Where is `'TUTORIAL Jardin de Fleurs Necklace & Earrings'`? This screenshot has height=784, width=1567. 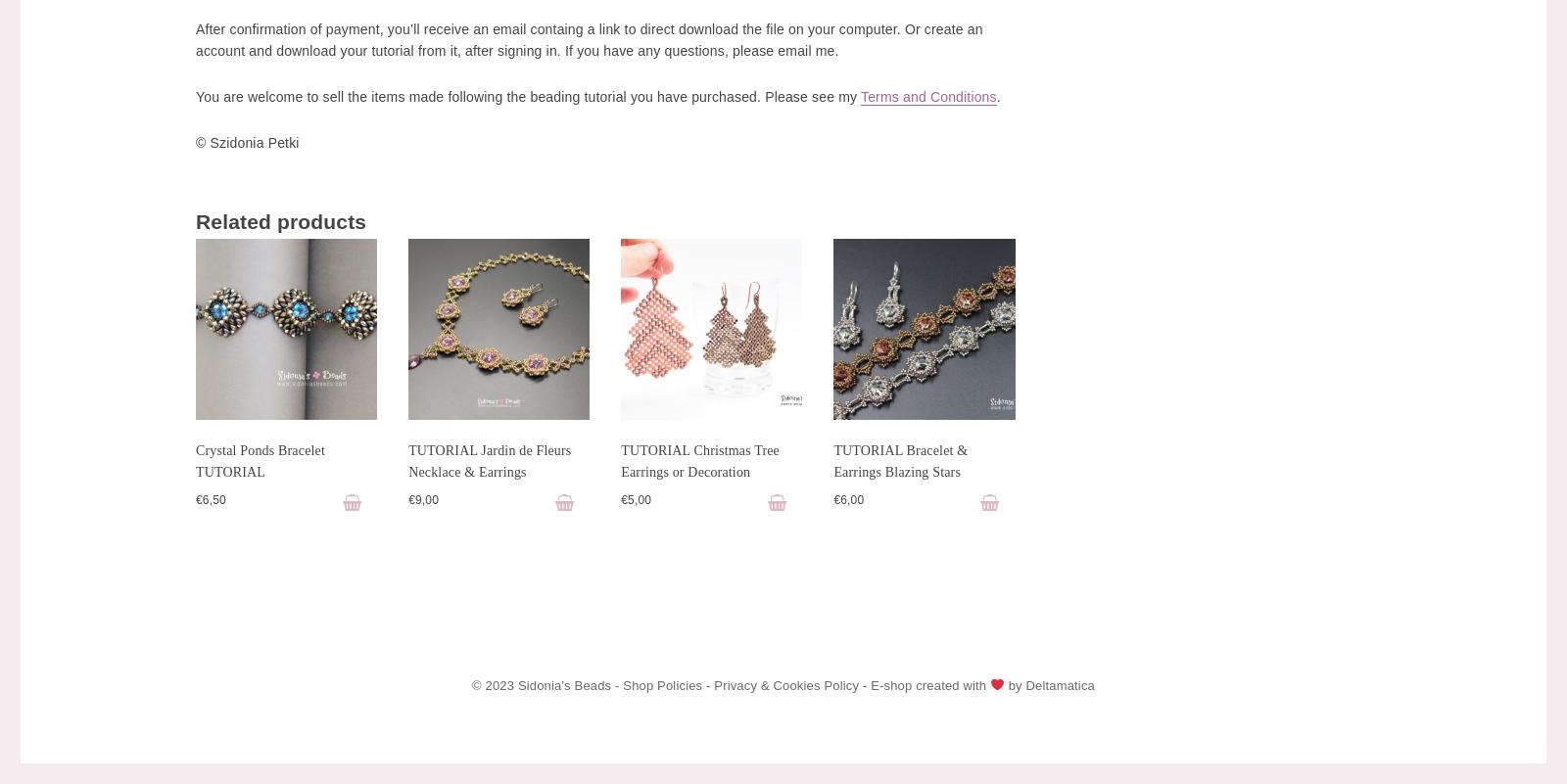
'TUTORIAL Jardin de Fleurs Necklace & Earrings' is located at coordinates (406, 460).